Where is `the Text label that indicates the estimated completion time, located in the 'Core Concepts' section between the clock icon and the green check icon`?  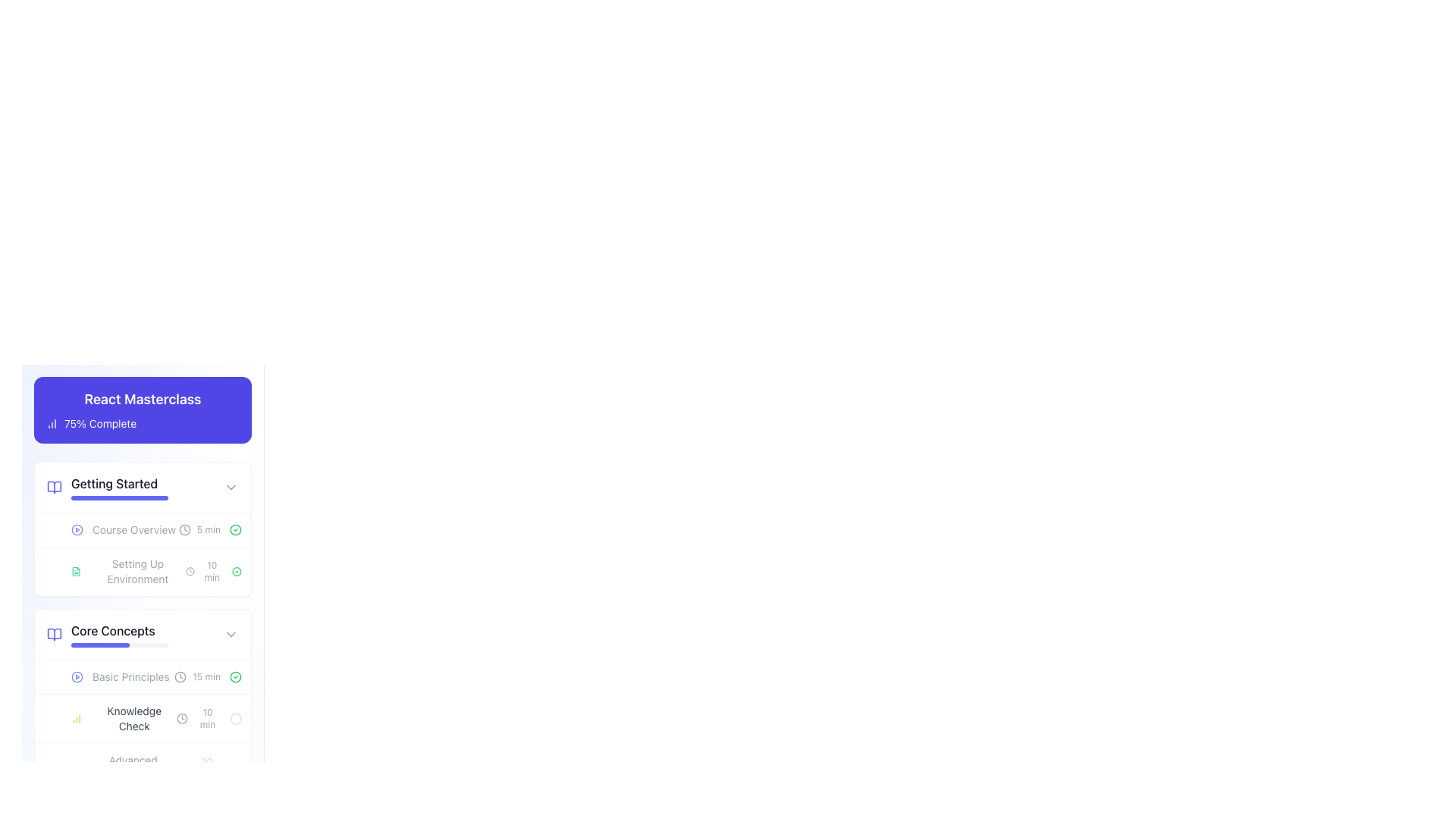
the Text label that indicates the estimated completion time, located in the 'Core Concepts' section between the clock icon and the green check icon is located at coordinates (207, 676).